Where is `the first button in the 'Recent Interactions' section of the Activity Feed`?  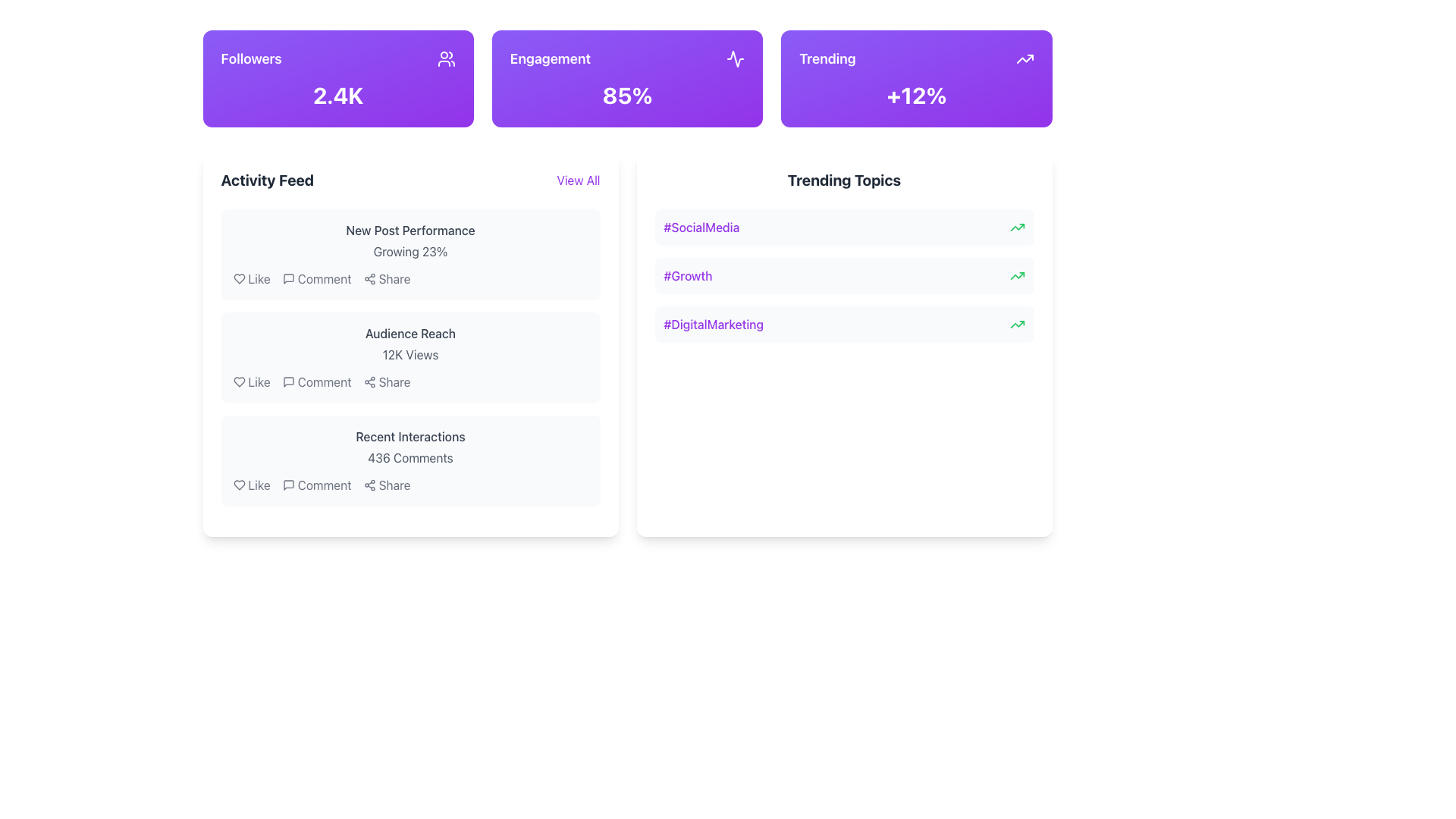 the first button in the 'Recent Interactions' section of the Activity Feed is located at coordinates (252, 485).